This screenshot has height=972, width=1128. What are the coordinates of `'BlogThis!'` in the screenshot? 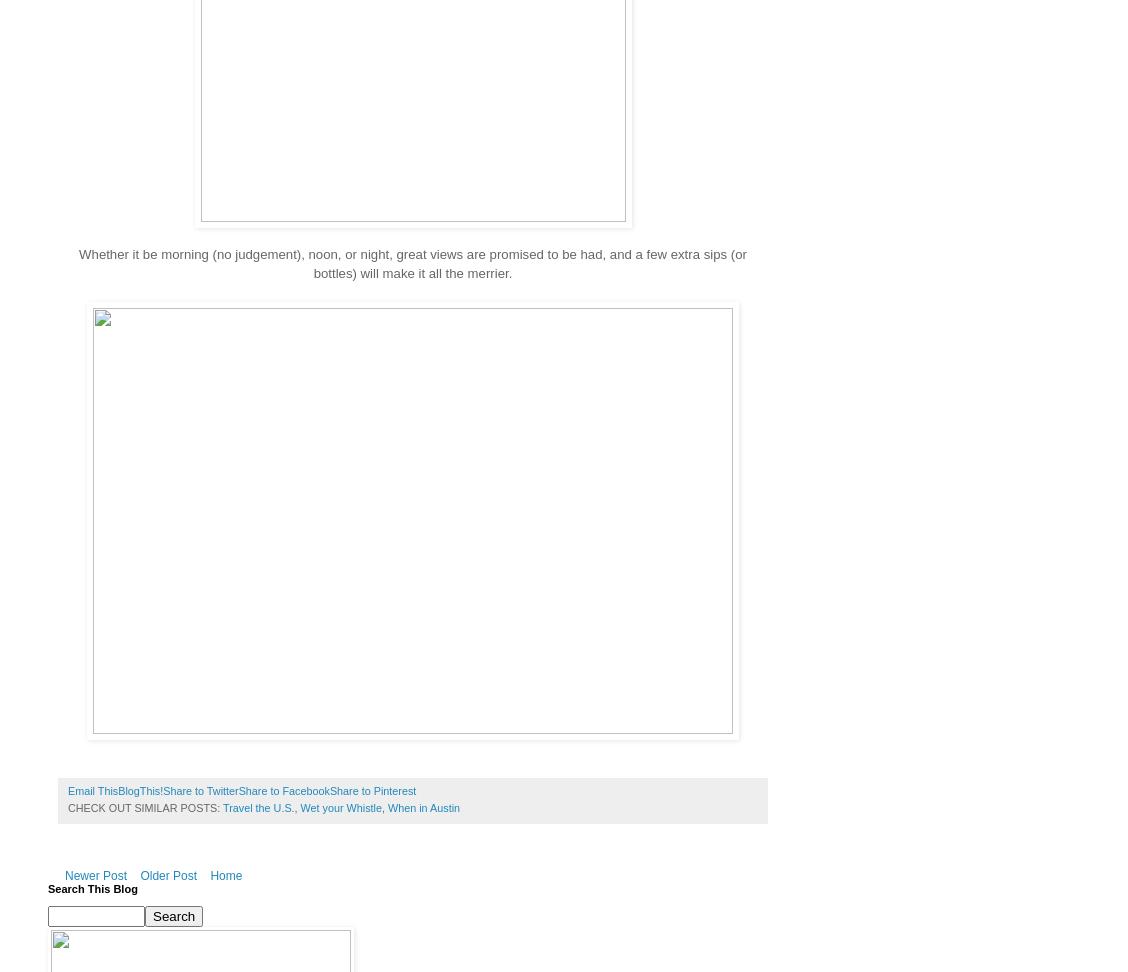 It's located at (117, 790).